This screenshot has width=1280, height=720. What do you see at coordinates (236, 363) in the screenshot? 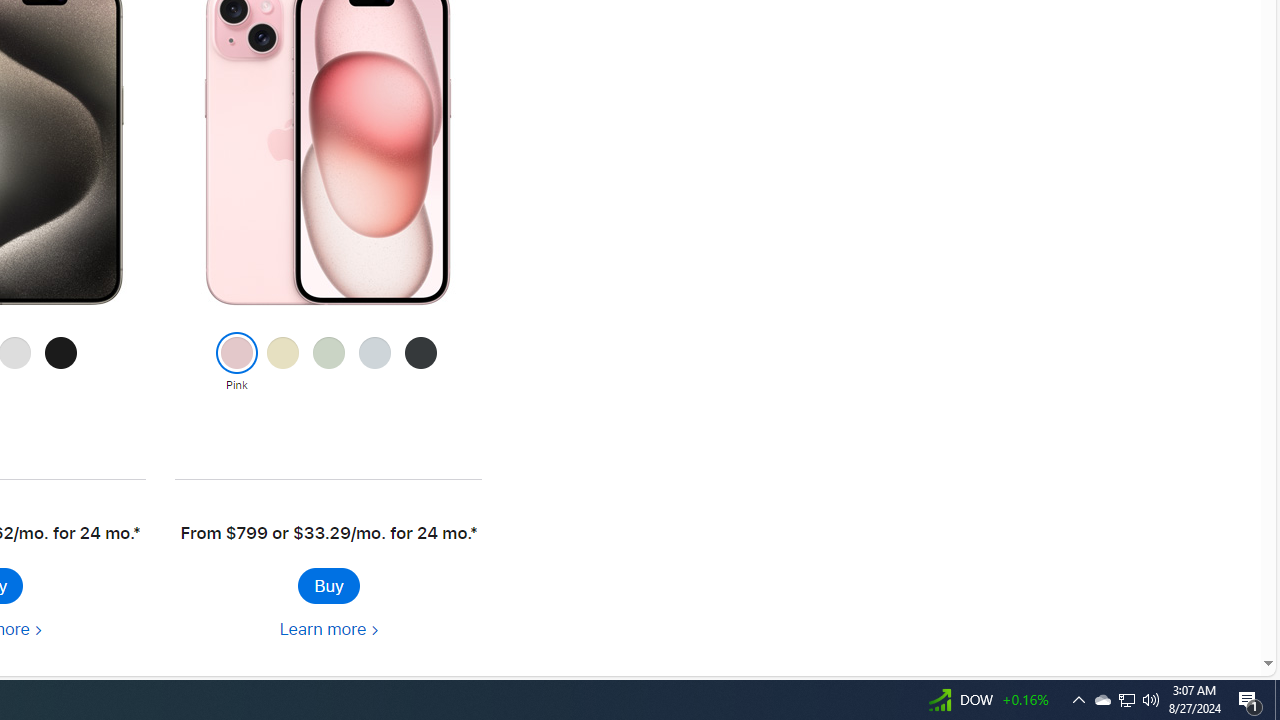
I see `'Pink'` at bounding box center [236, 363].